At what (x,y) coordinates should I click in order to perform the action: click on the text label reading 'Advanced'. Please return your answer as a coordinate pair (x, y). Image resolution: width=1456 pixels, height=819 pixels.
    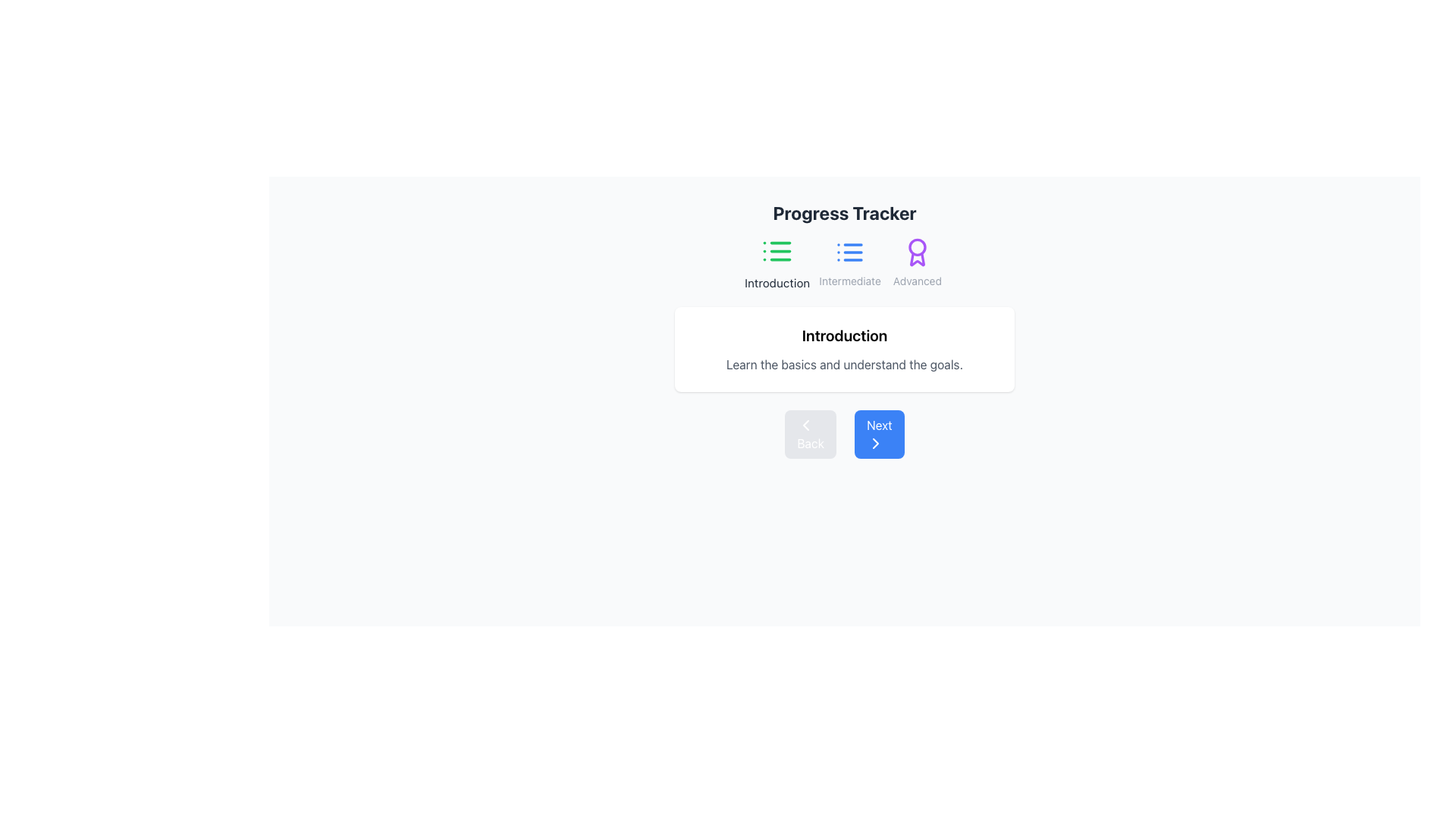
    Looking at the image, I should click on (916, 281).